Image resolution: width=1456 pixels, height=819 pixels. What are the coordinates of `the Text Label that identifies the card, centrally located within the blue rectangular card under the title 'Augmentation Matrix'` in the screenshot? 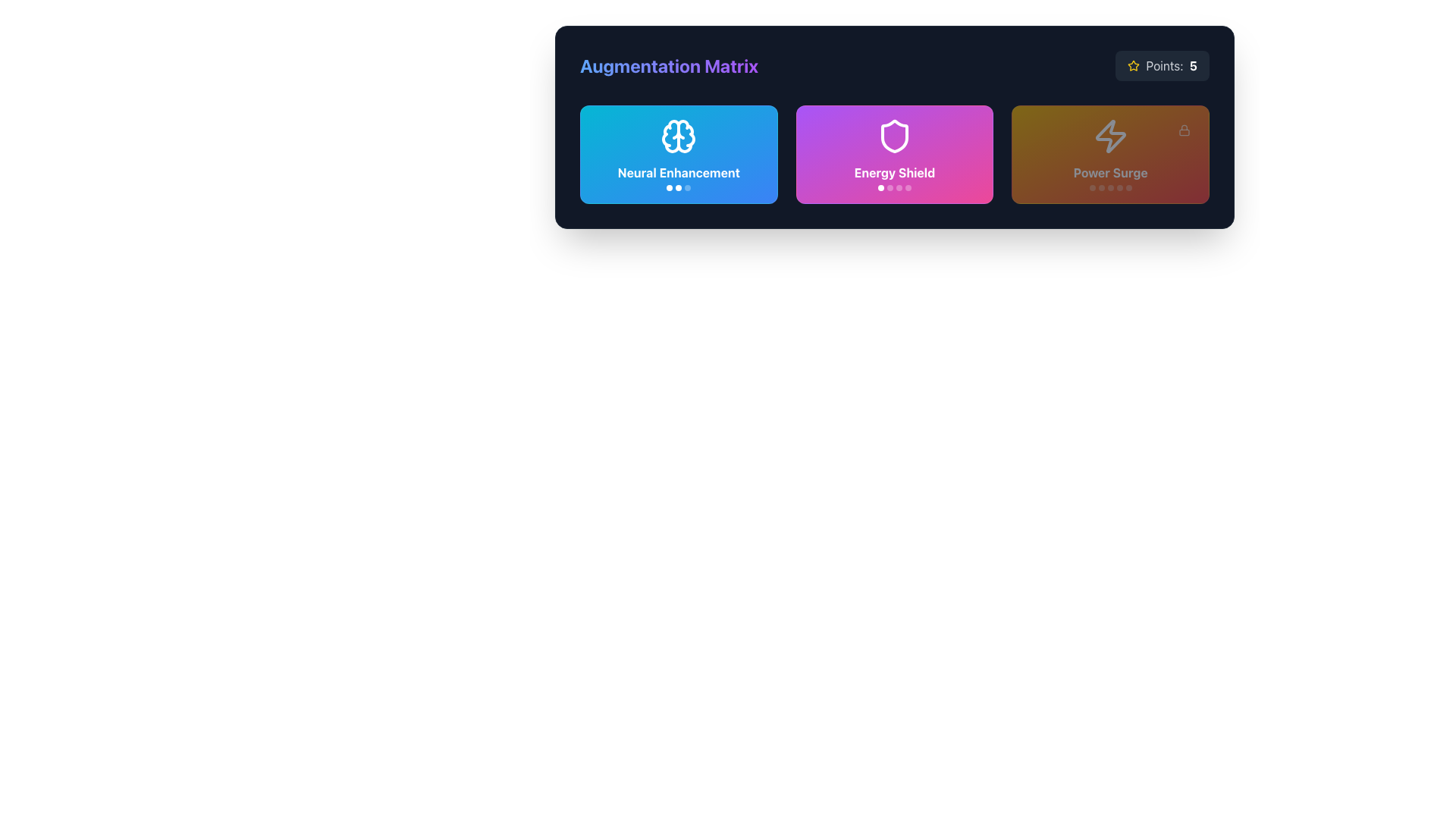 It's located at (678, 171).